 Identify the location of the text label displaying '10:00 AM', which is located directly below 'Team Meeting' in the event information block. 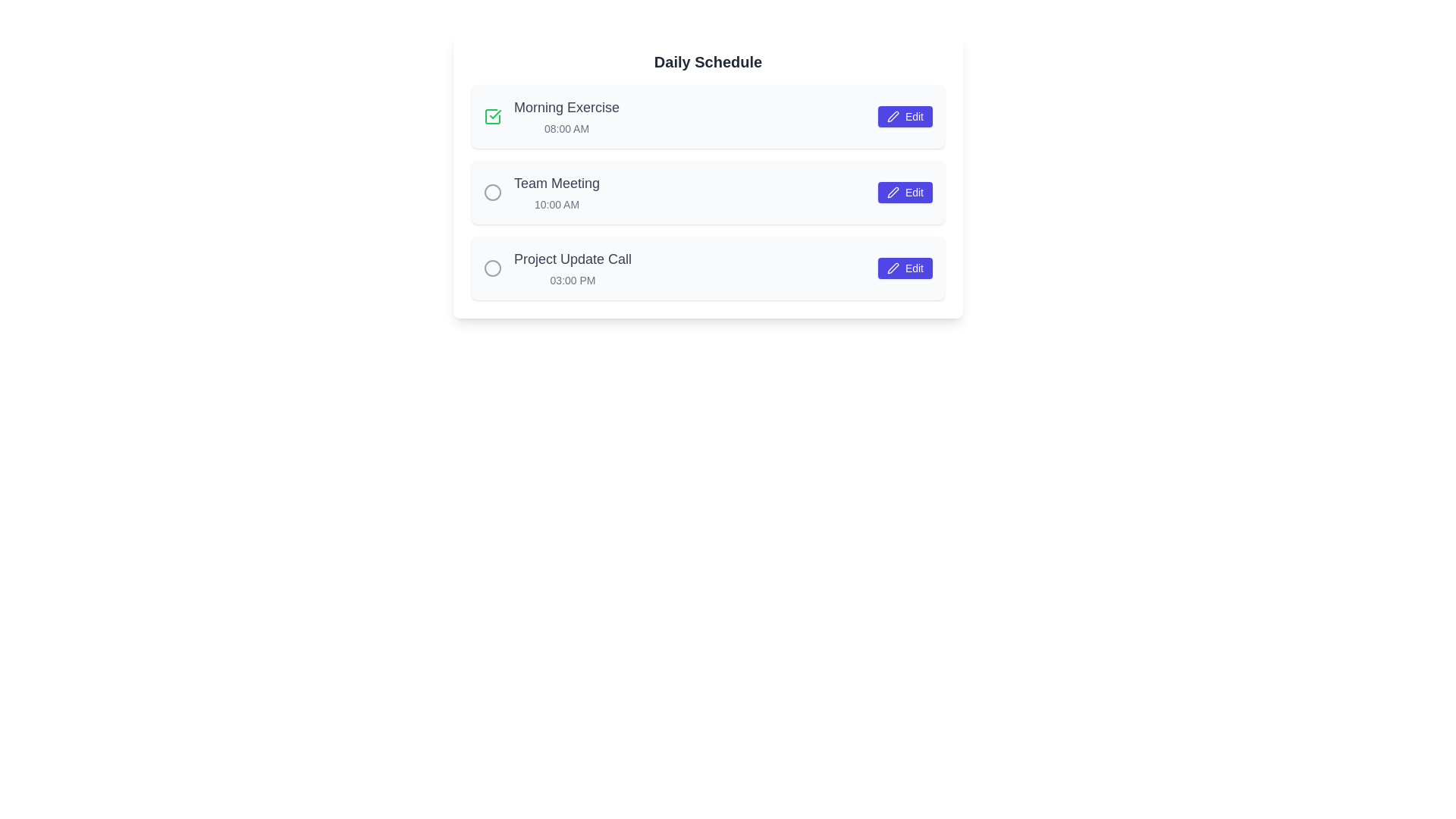
(556, 205).